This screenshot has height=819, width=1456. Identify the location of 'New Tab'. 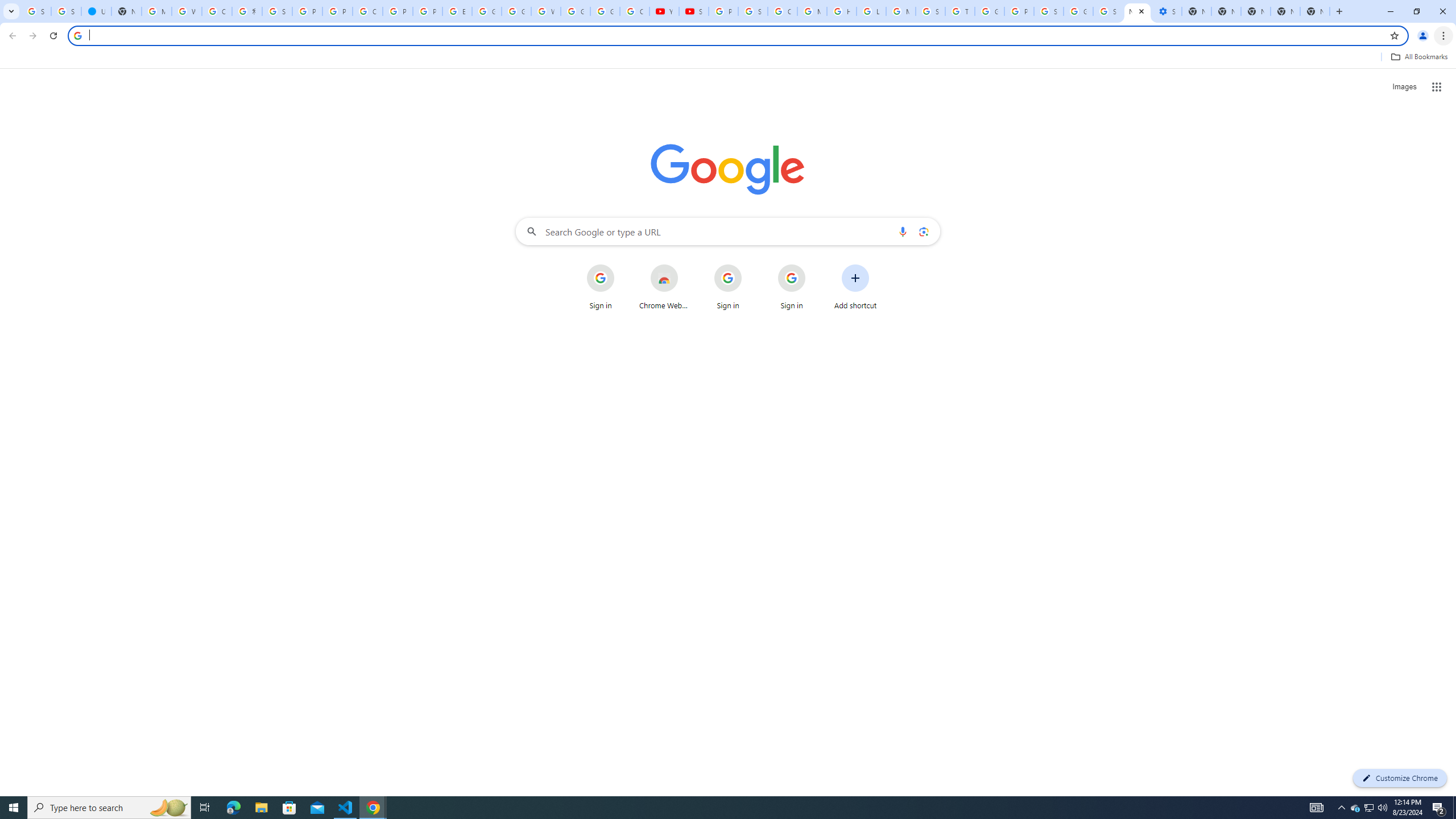
(1284, 11).